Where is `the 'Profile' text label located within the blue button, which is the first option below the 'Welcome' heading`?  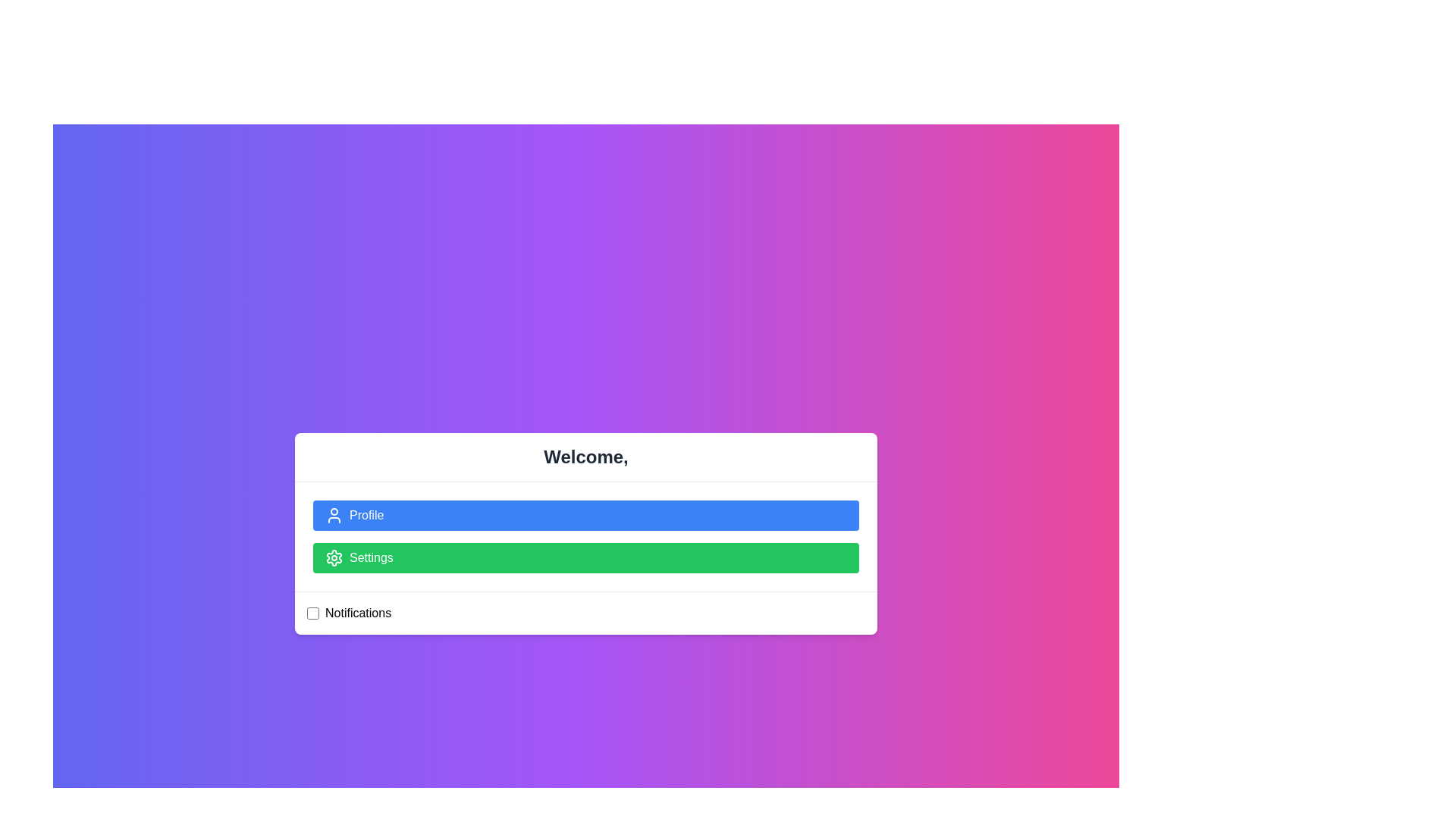 the 'Profile' text label located within the blue button, which is the first option below the 'Welcome' heading is located at coordinates (366, 514).